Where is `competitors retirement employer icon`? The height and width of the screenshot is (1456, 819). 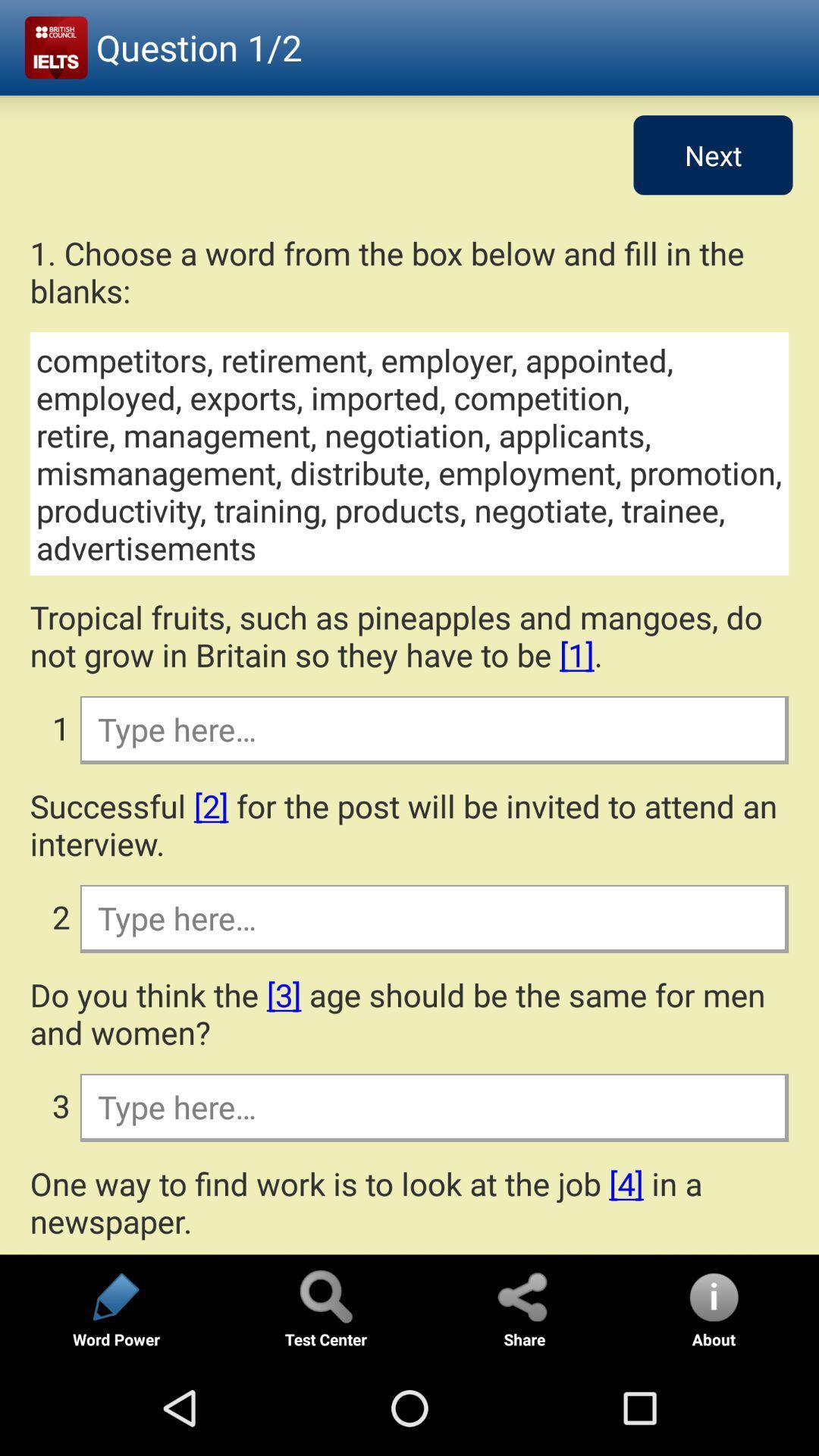 competitors retirement employer icon is located at coordinates (409, 453).